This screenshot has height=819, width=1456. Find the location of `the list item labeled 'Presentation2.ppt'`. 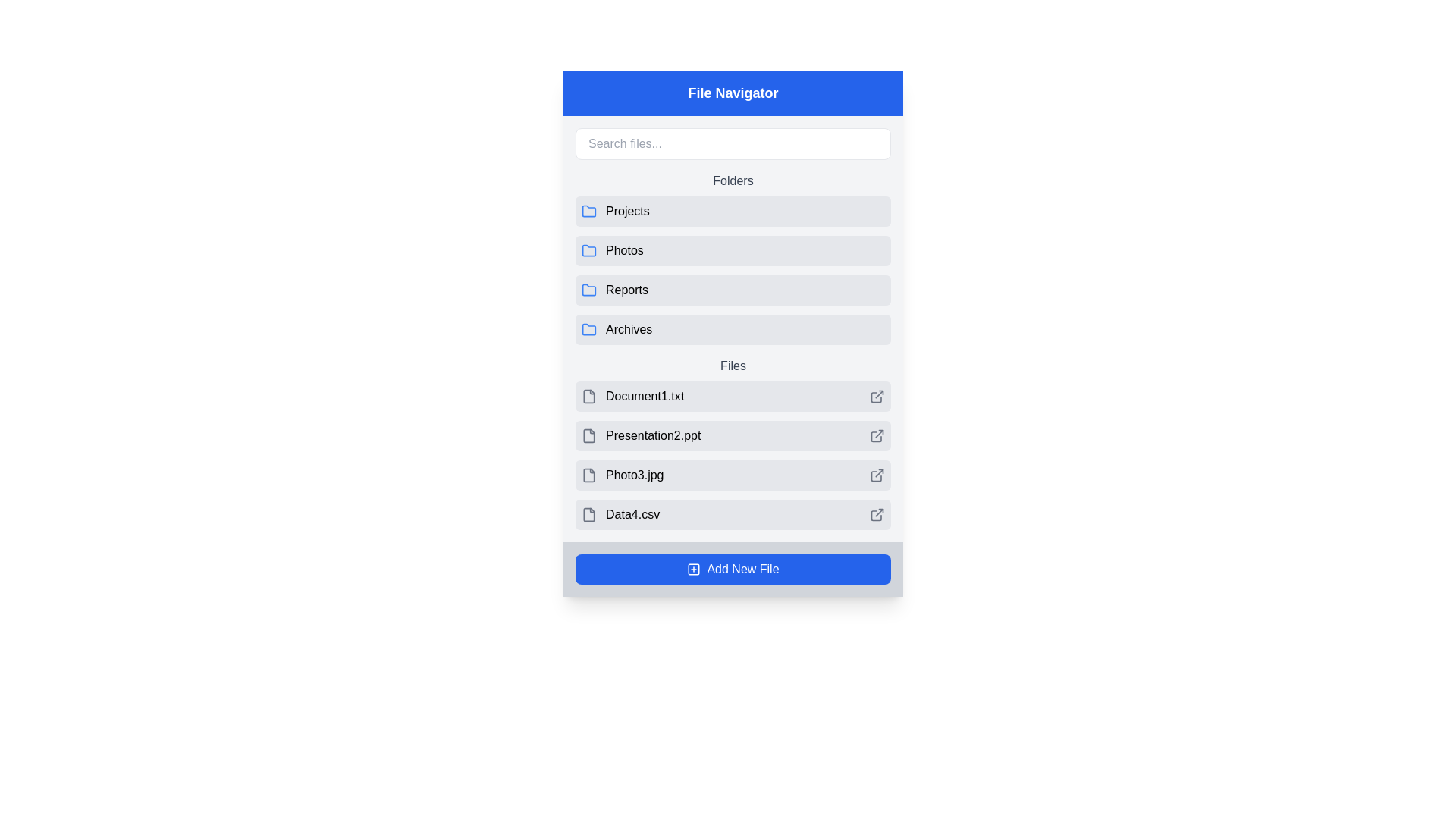

the list item labeled 'Presentation2.ppt' is located at coordinates (733, 444).